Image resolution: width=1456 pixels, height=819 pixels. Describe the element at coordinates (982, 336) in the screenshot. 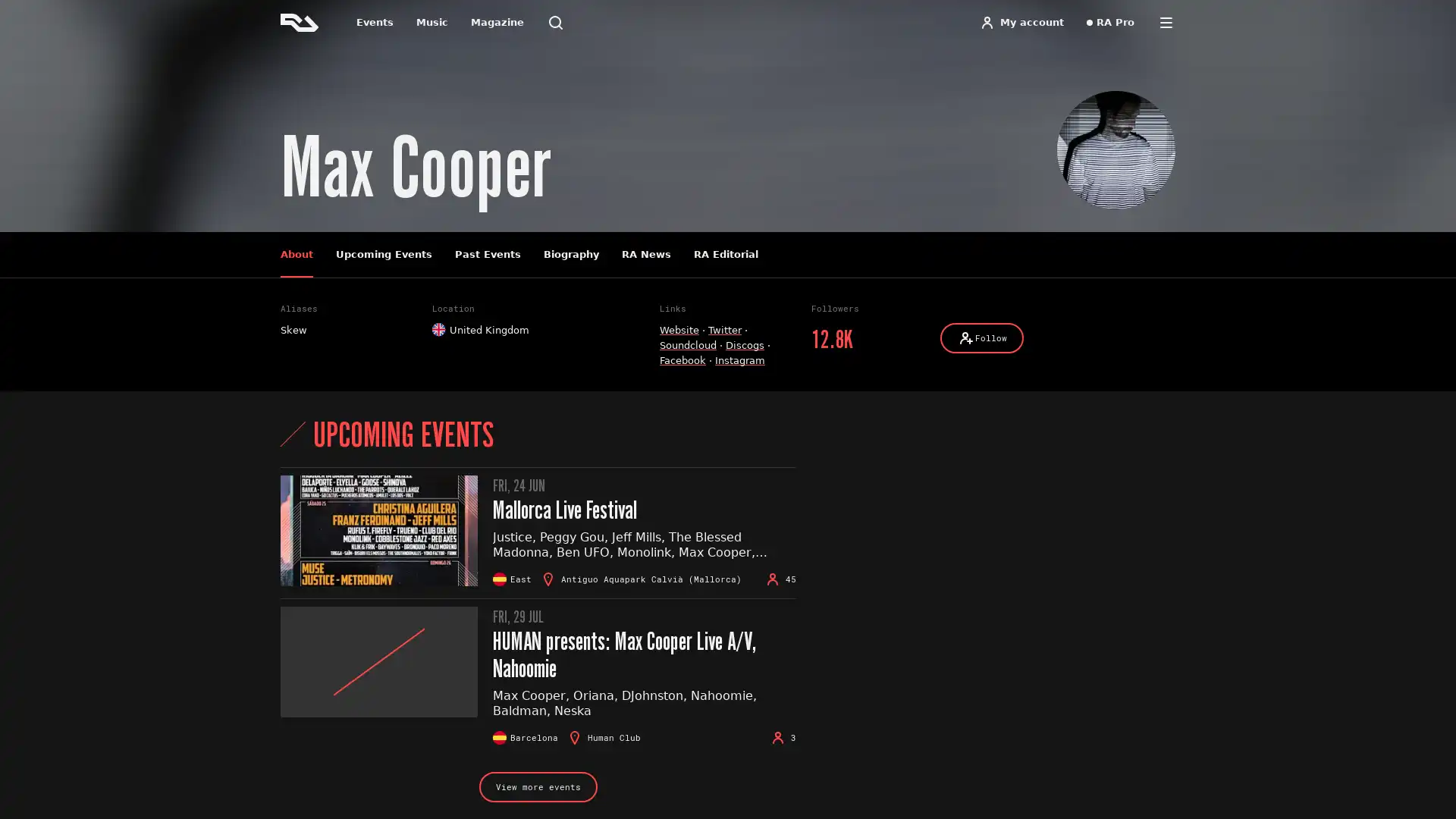

I see `Follow Follow` at that location.